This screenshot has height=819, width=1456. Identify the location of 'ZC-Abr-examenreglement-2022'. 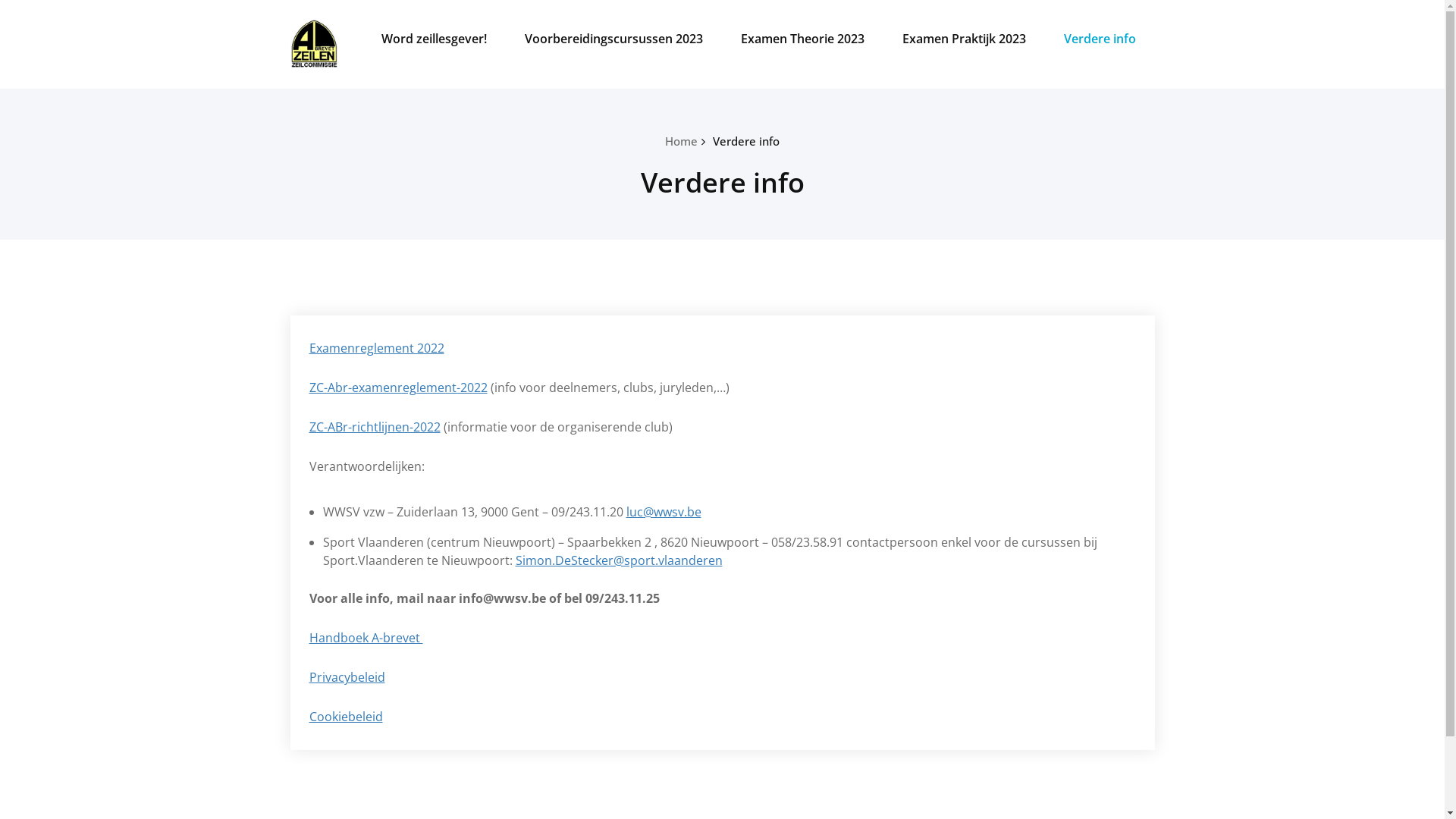
(309, 386).